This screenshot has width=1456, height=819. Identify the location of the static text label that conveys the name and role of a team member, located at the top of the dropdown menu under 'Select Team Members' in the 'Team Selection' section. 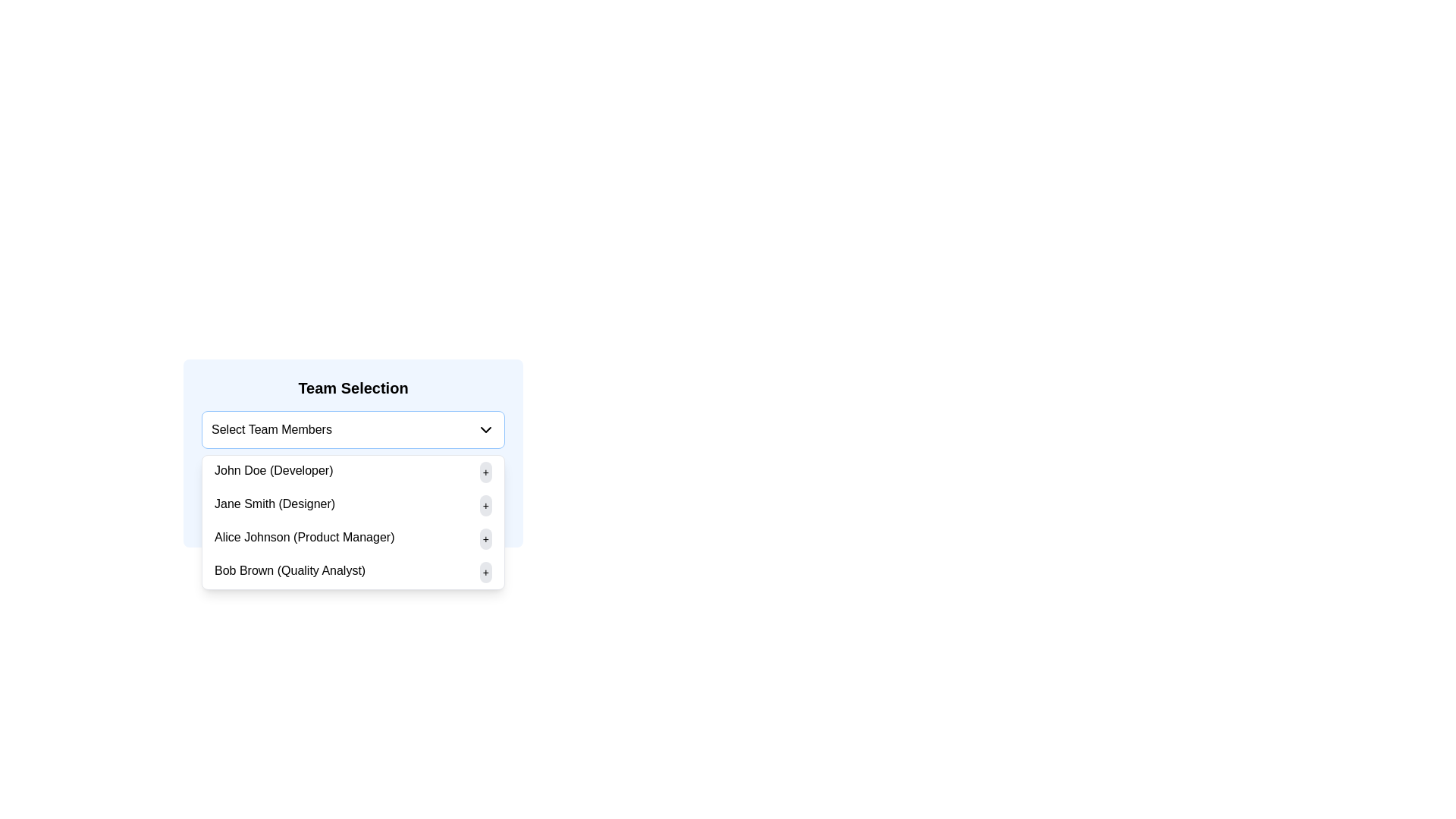
(274, 472).